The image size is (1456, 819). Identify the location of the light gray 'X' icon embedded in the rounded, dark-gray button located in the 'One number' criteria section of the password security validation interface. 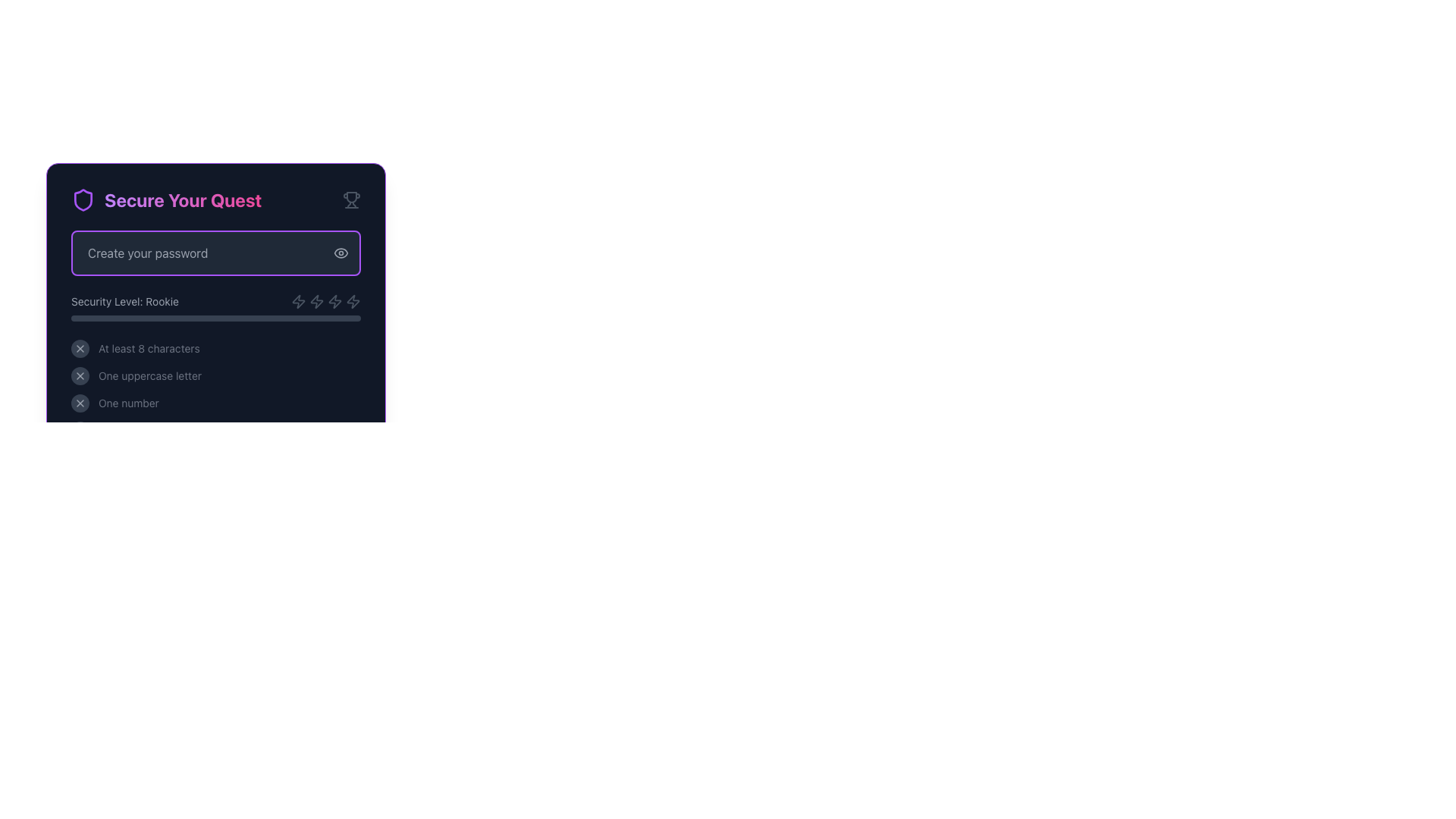
(79, 403).